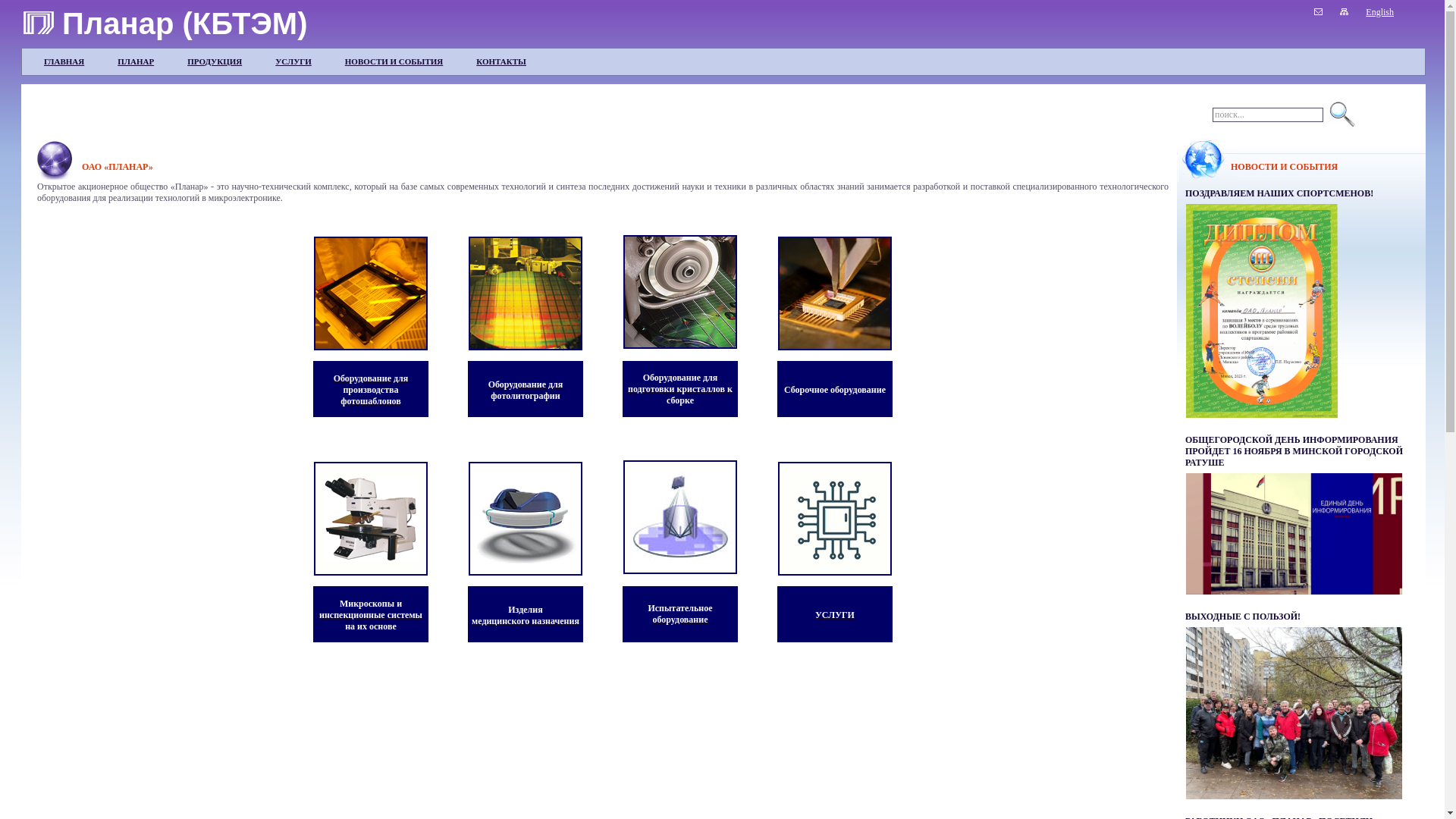 The height and width of the screenshot is (819, 1456). I want to click on 'English', so click(1379, 11).